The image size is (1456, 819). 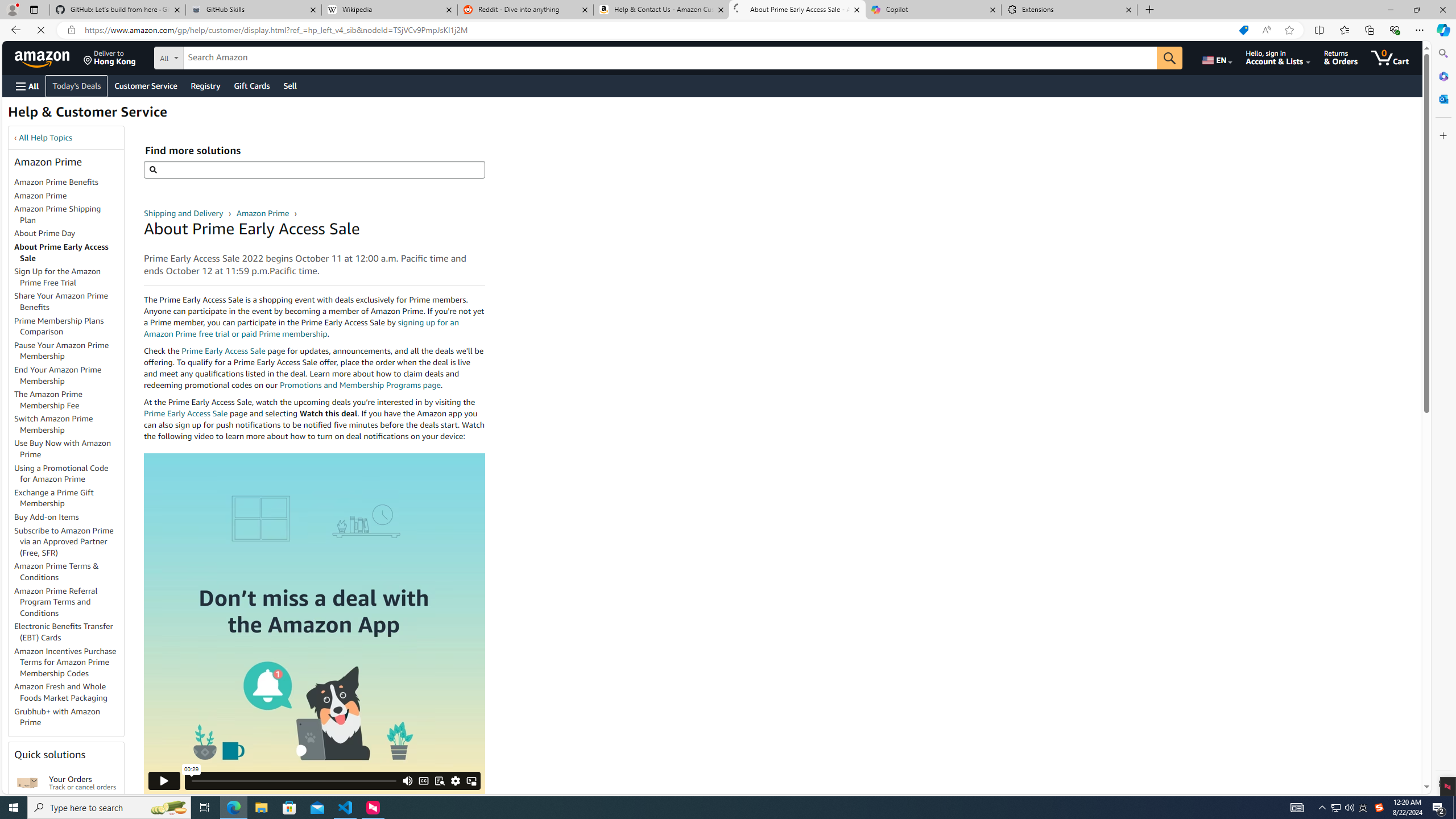 I want to click on '0 items in cart', so click(x=1398, y=57).